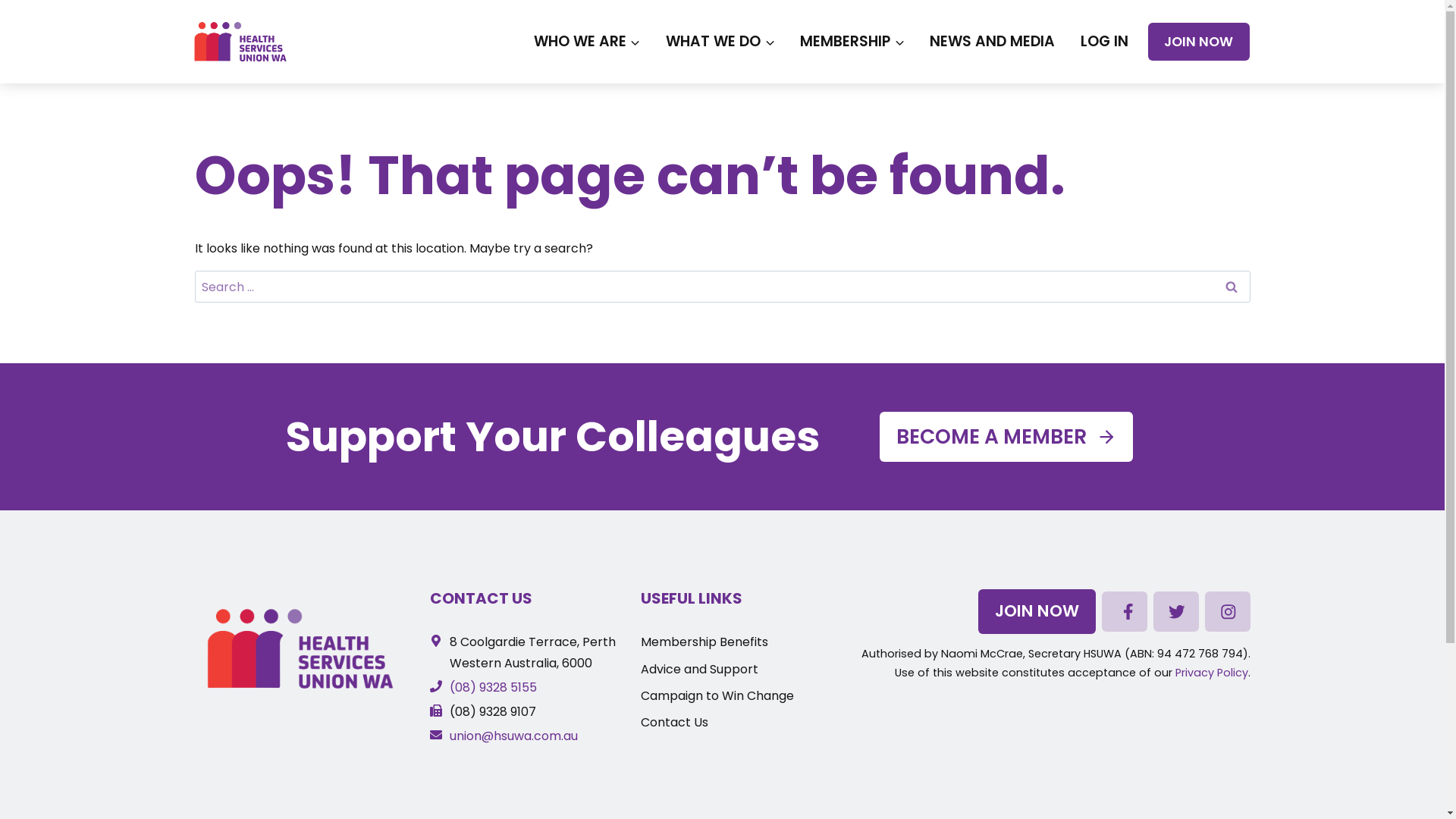  Describe the element at coordinates (520, 40) in the screenshot. I see `'WHO WE ARE'` at that location.